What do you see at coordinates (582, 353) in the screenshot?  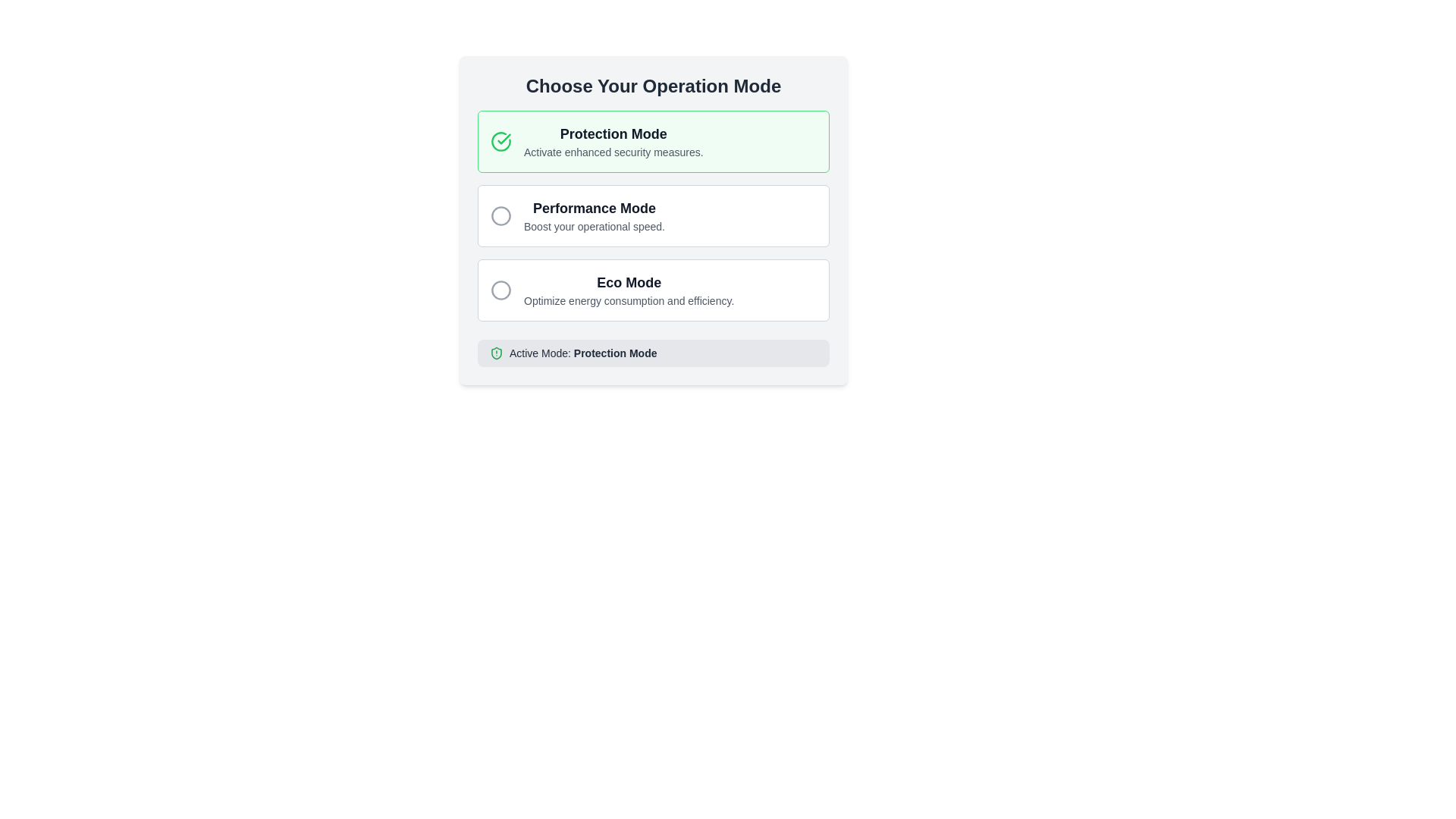 I see `the Text label that displays the currently selected operation mode, located in the bottom part of the interface, within a light gray, rounded rectangular section` at bounding box center [582, 353].